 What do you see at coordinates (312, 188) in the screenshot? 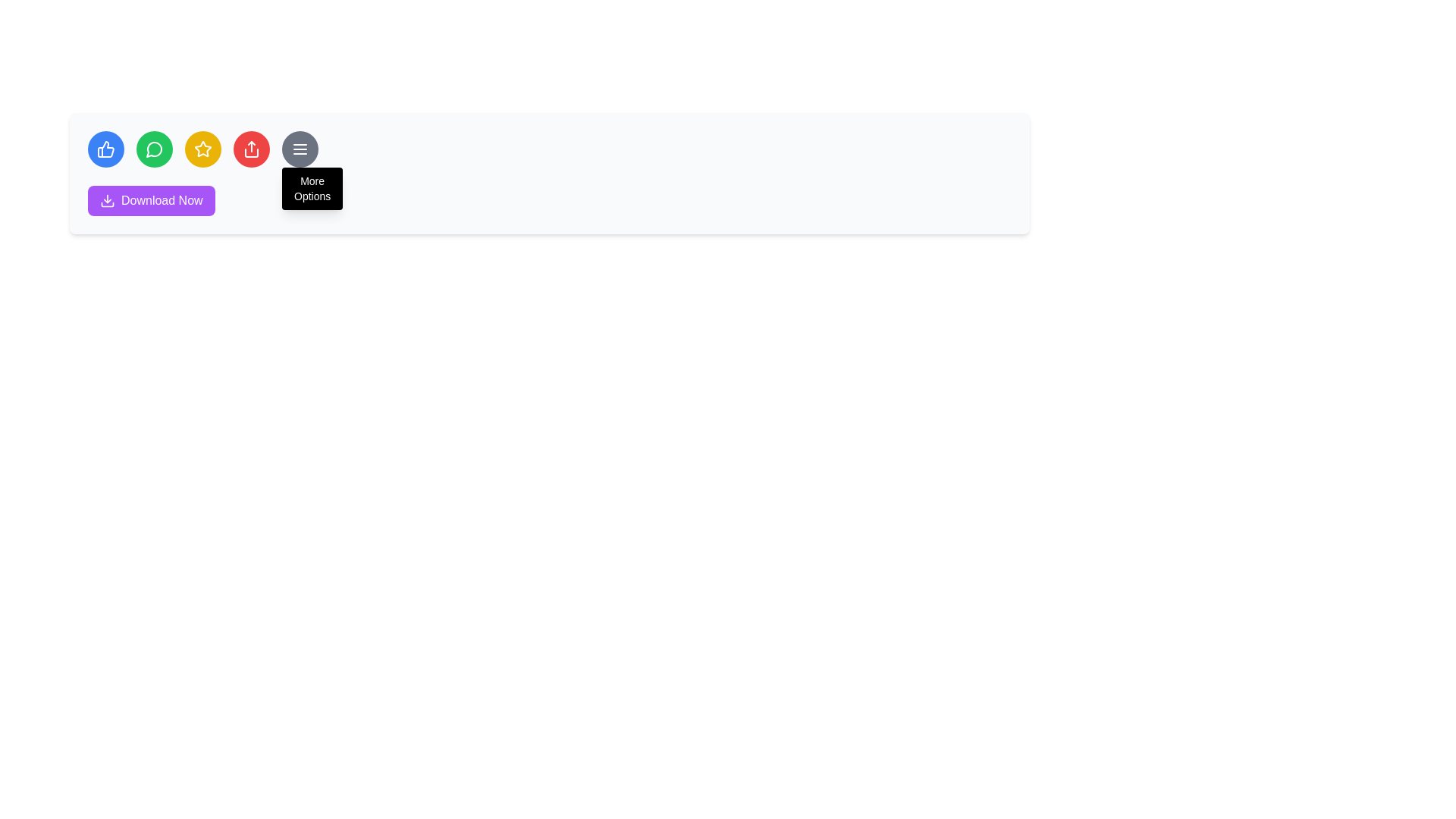
I see `the informational tooltip associated with the 'More Options' button, which appears directly beneath the circular button with a hamburger icon` at bounding box center [312, 188].